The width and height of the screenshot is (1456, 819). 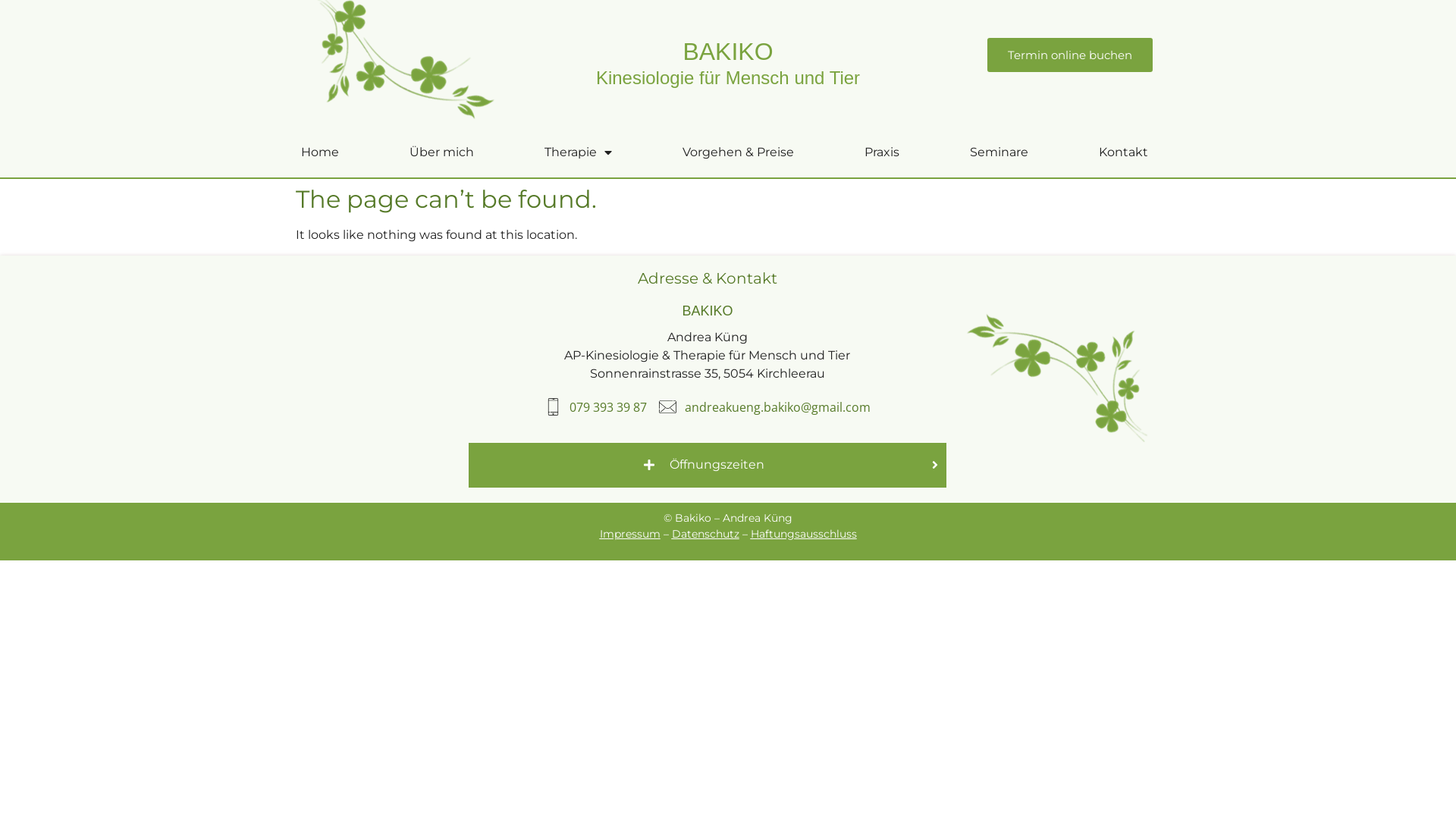 I want to click on 'Home', so click(x=318, y=152).